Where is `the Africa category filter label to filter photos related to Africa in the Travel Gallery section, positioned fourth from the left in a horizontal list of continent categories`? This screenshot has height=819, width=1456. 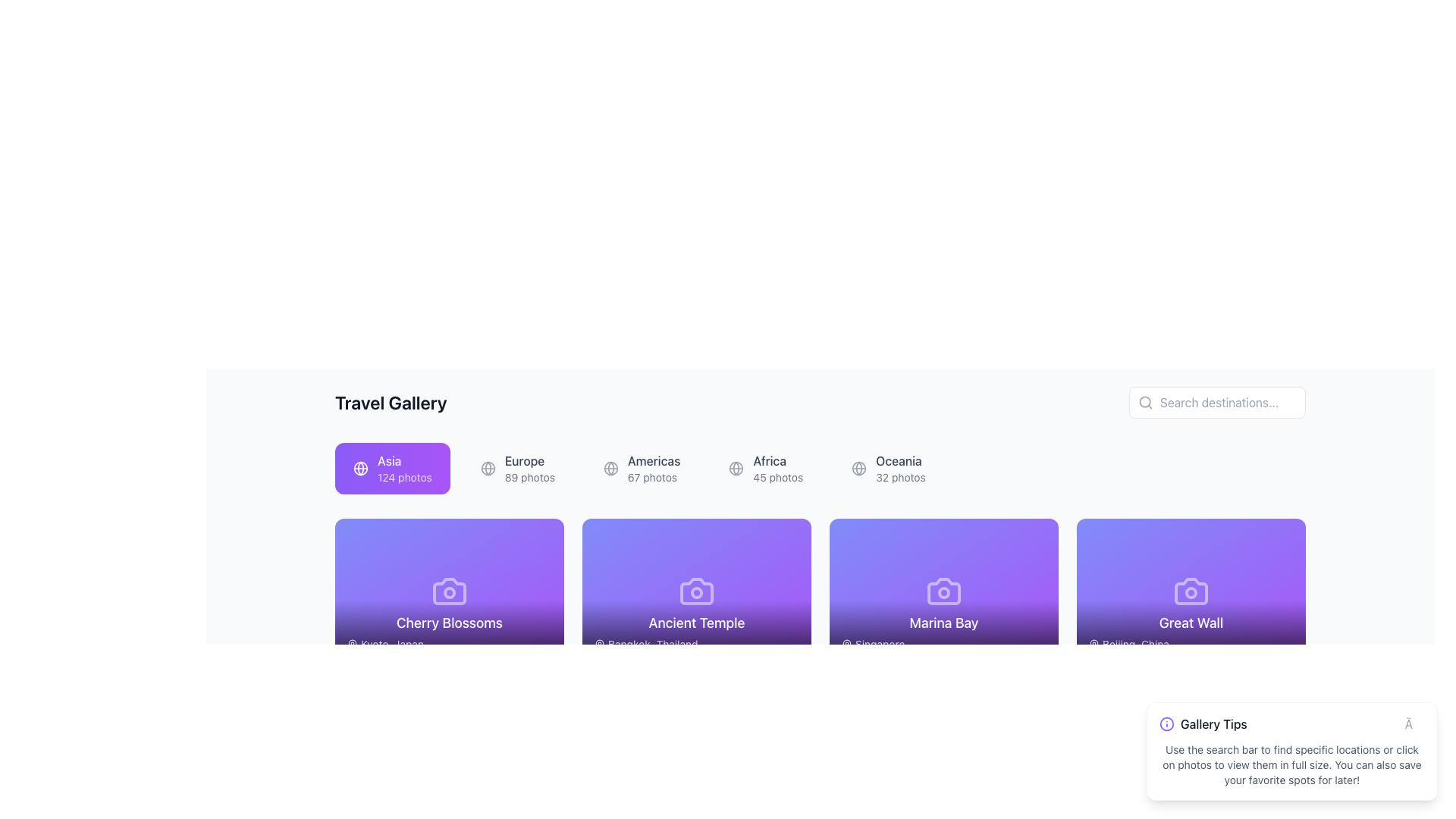 the Africa category filter label to filter photos related to Africa in the Travel Gallery section, positioned fourth from the left in a horizontal list of continent categories is located at coordinates (778, 467).